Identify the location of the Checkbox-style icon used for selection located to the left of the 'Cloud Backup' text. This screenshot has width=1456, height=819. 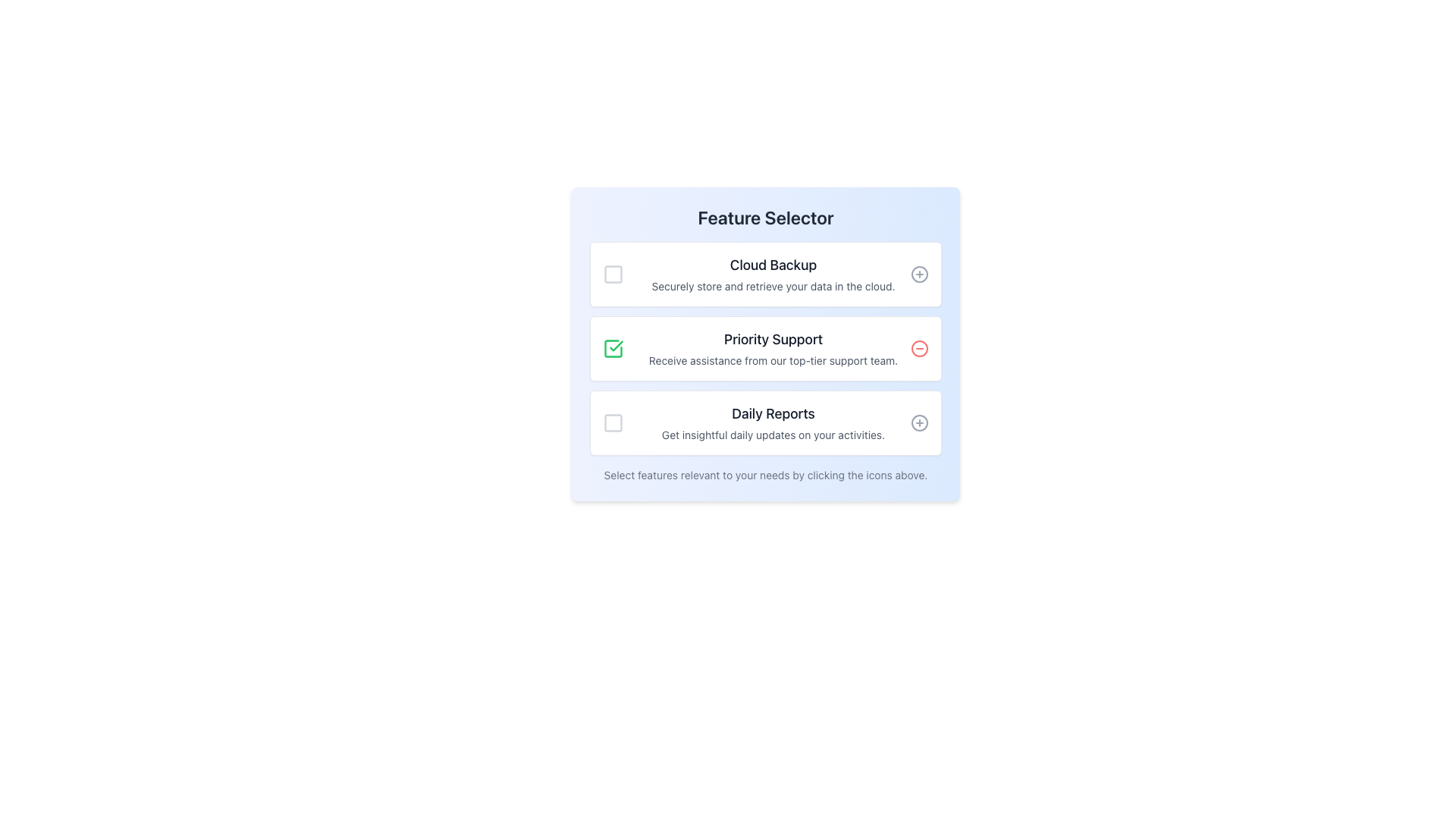
(613, 275).